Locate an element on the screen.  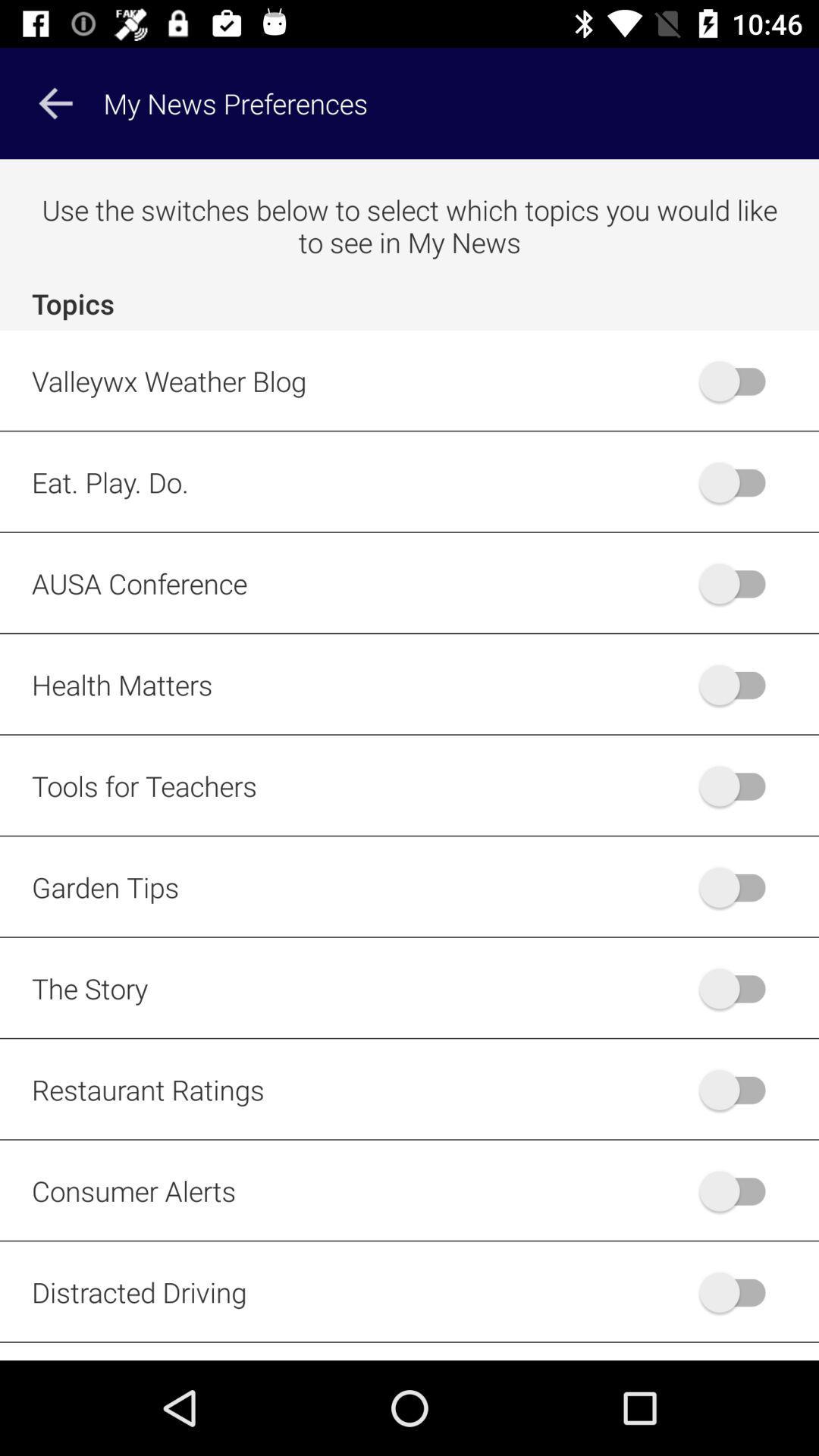
restaurant ratings option is located at coordinates (739, 1088).